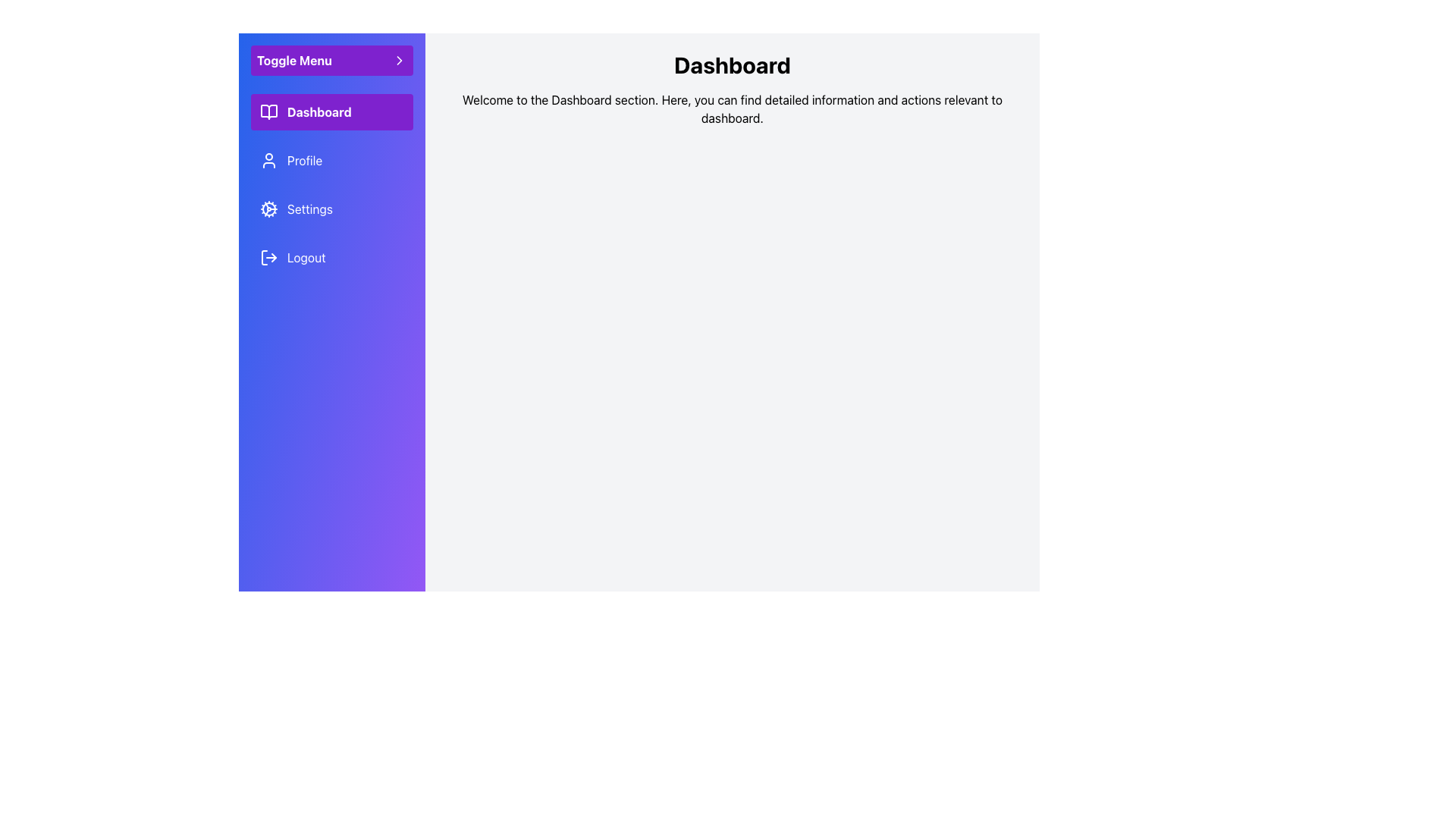  What do you see at coordinates (399, 60) in the screenshot?
I see `the chevron icon that indicates expandable or collapsible content associated with the 'Toggle Menu' button` at bounding box center [399, 60].